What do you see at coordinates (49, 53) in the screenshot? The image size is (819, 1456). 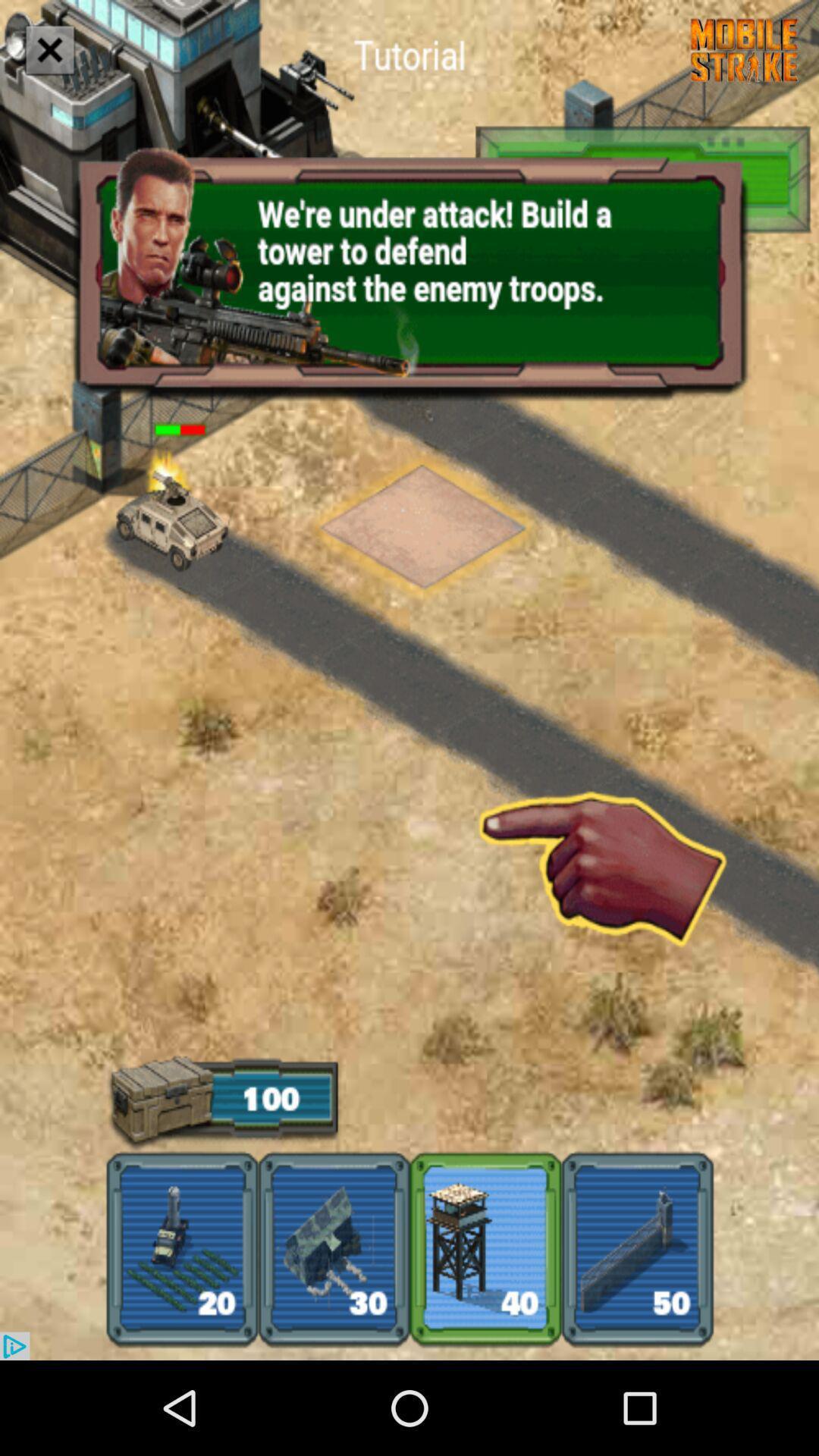 I see `the close icon` at bounding box center [49, 53].